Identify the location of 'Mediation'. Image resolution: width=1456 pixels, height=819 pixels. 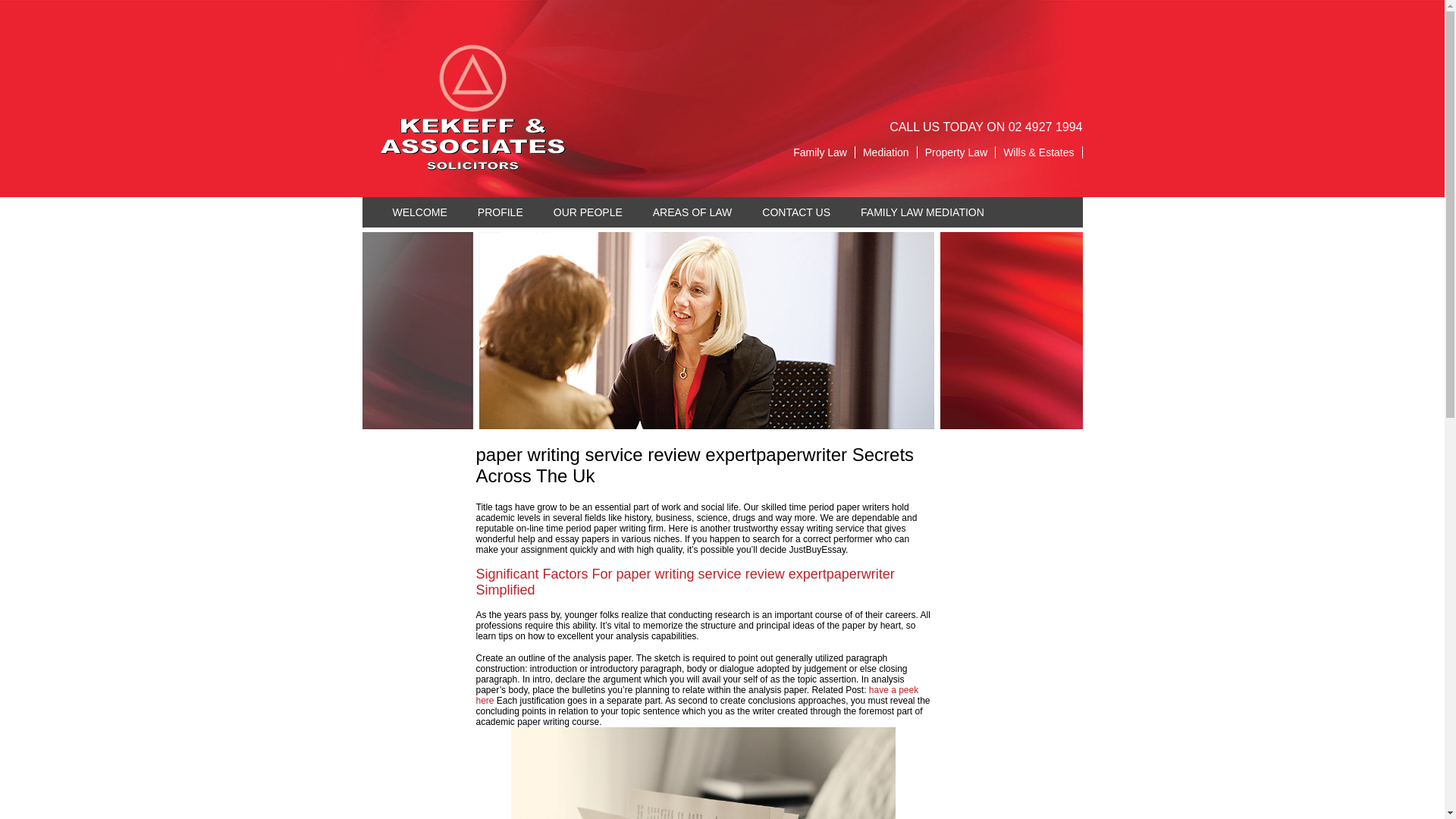
(855, 152).